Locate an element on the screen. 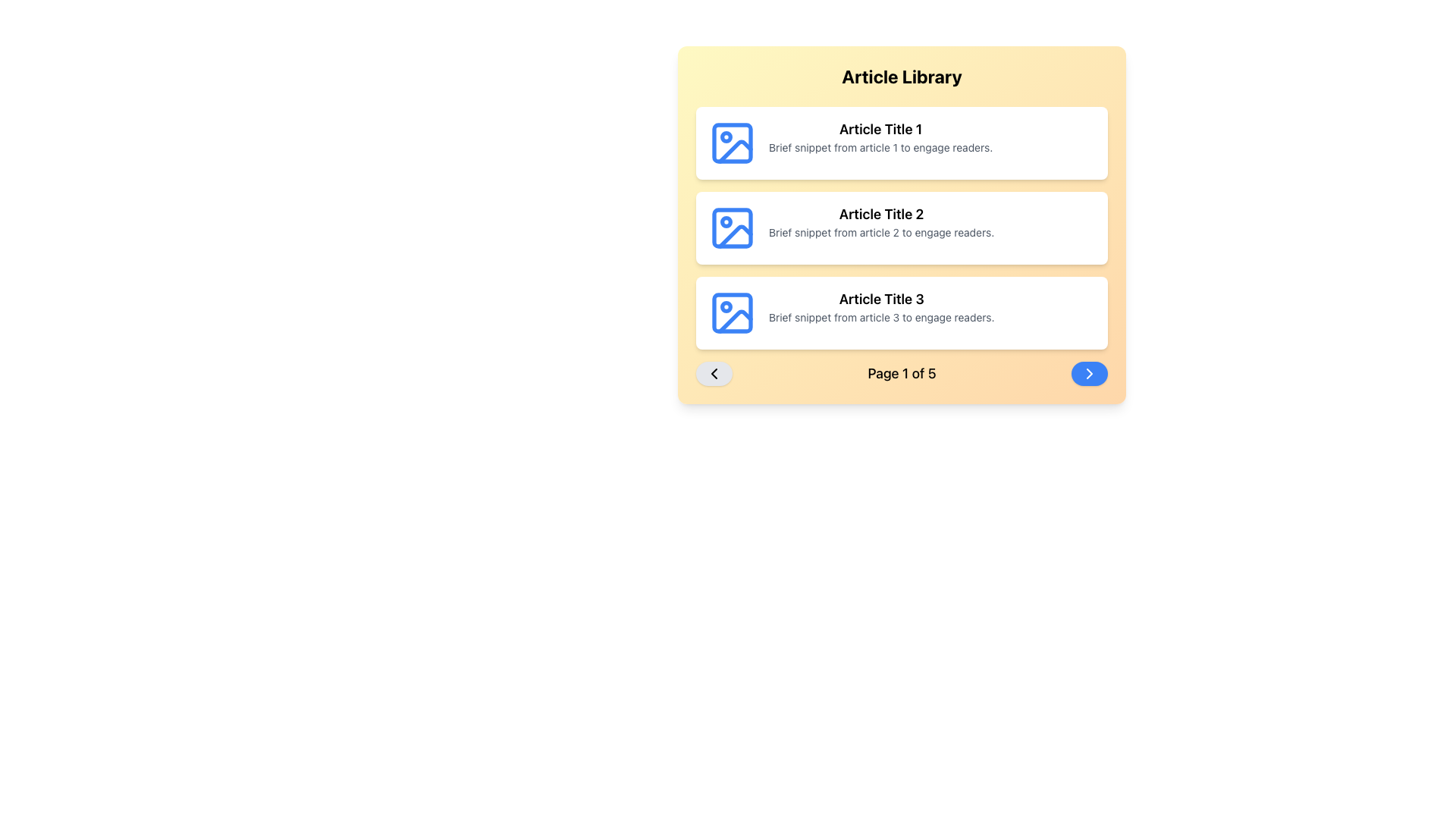 Image resolution: width=1456 pixels, height=819 pixels. the SVG graphic icon that represents a thumbnail image for 'Article Title 2', which is located to the left of the text in the second row of articles is located at coordinates (732, 227).